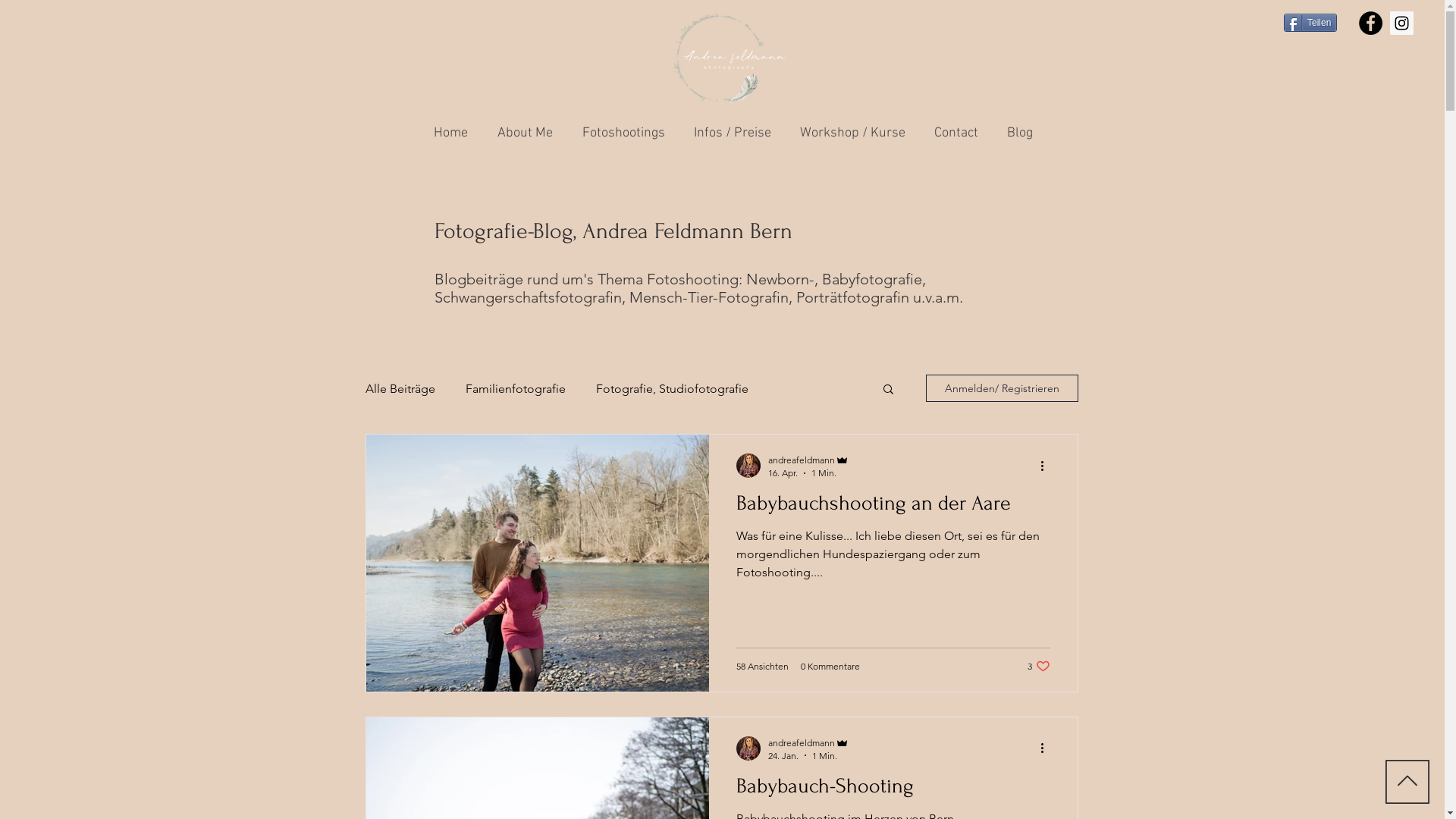  What do you see at coordinates (521, 132) in the screenshot?
I see `'About Me'` at bounding box center [521, 132].